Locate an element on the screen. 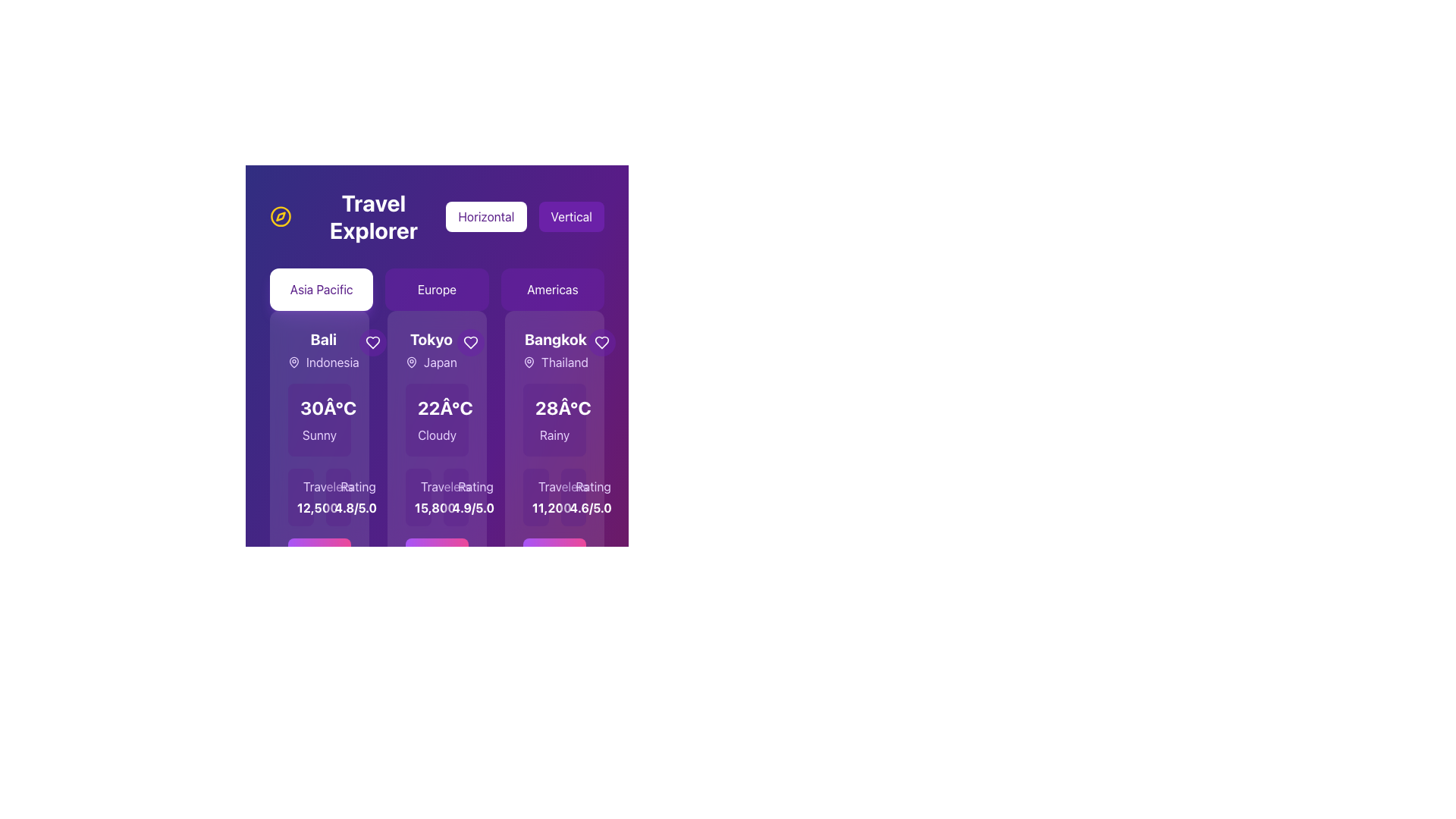 This screenshot has height=819, width=1456. text content of the Text display that shows the number of travelers in the first card of the 'Asia Pacific' section, located below the text 'Travelers' is located at coordinates (300, 497).